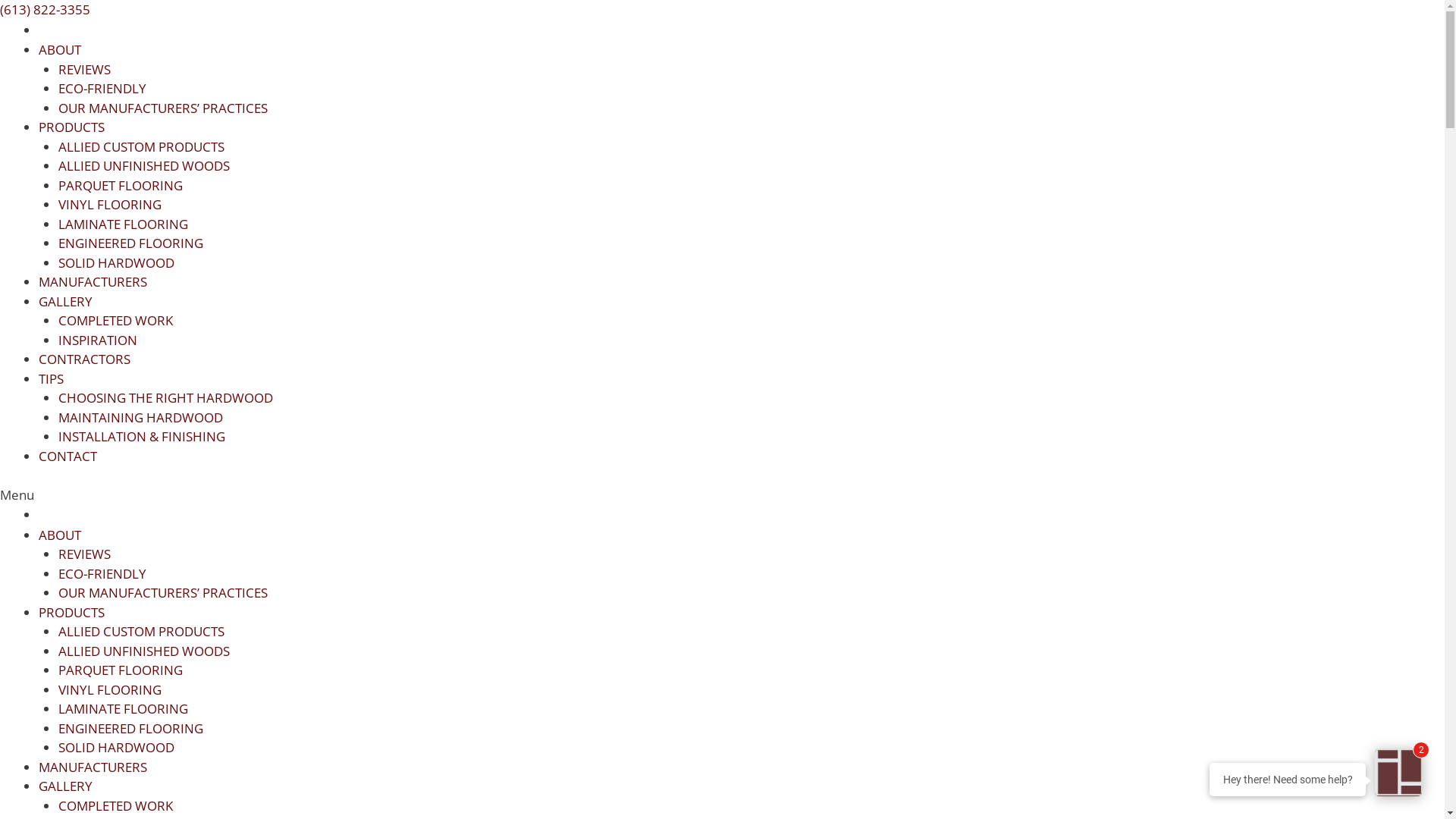 This screenshot has height=819, width=1456. I want to click on 'LAMINATE FLOORING', so click(122, 708).